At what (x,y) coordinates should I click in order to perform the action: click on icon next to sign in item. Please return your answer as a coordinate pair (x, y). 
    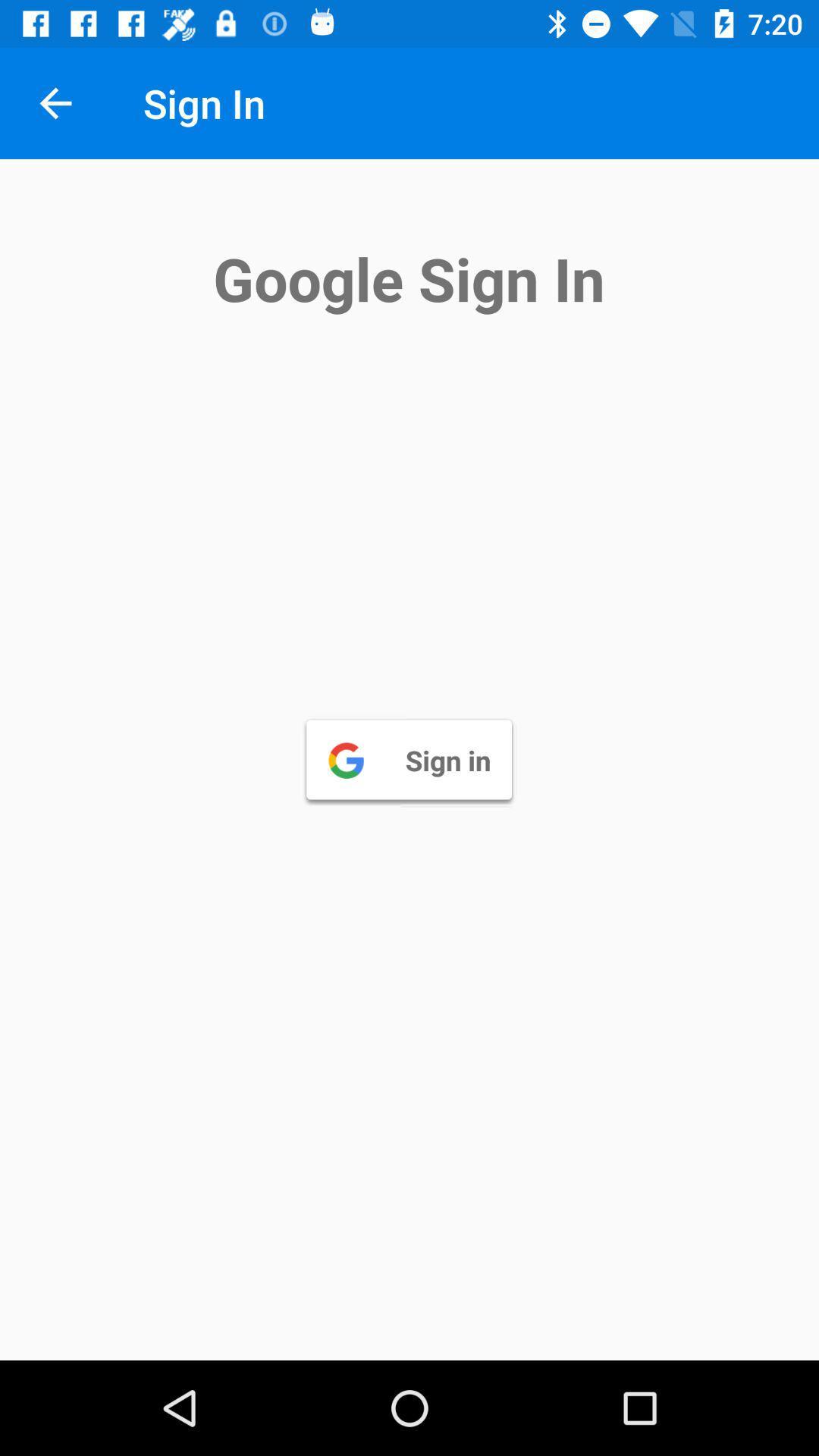
    Looking at the image, I should click on (55, 102).